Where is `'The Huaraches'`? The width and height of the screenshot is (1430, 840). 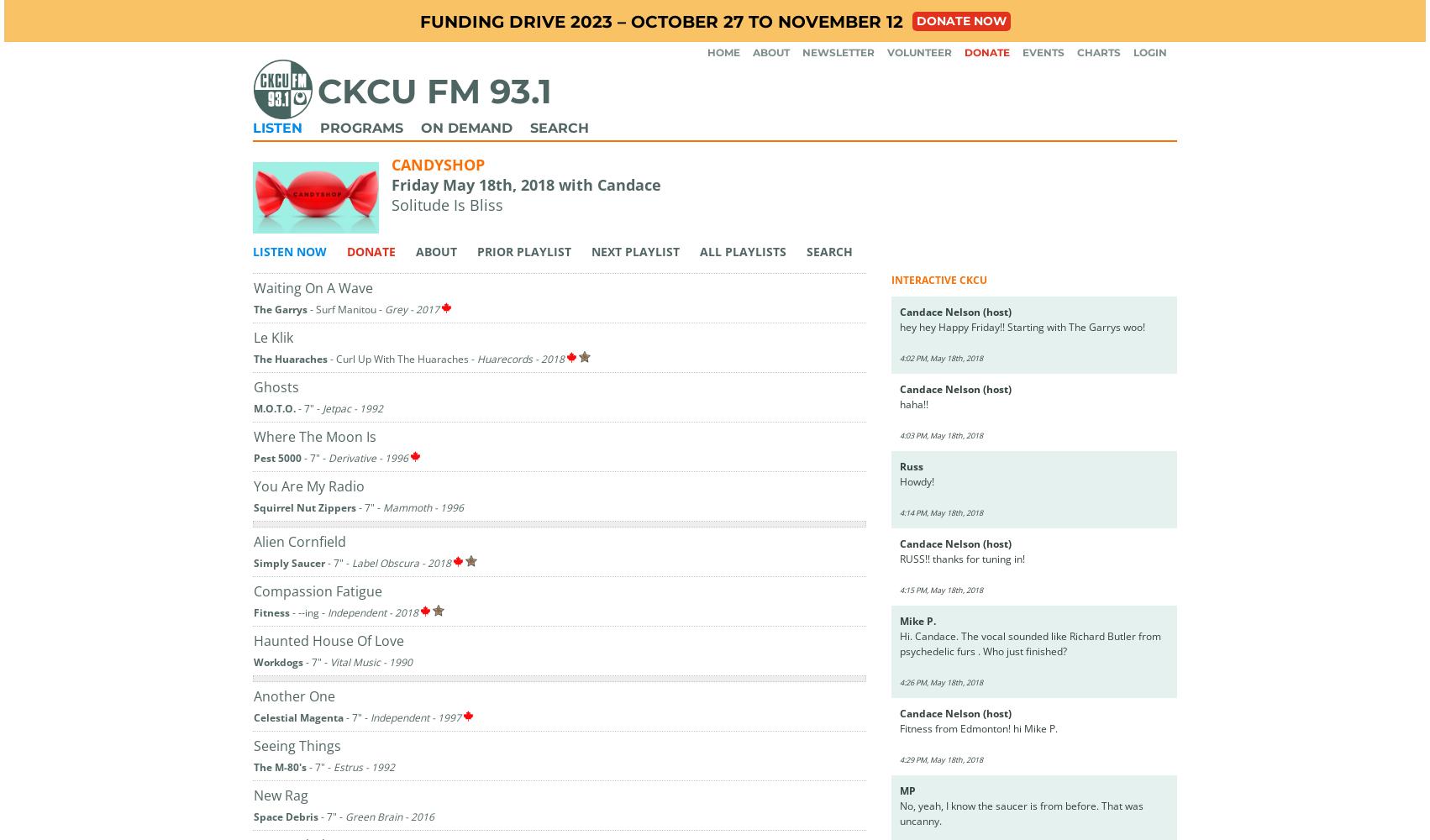
'The Huaraches' is located at coordinates (291, 358).